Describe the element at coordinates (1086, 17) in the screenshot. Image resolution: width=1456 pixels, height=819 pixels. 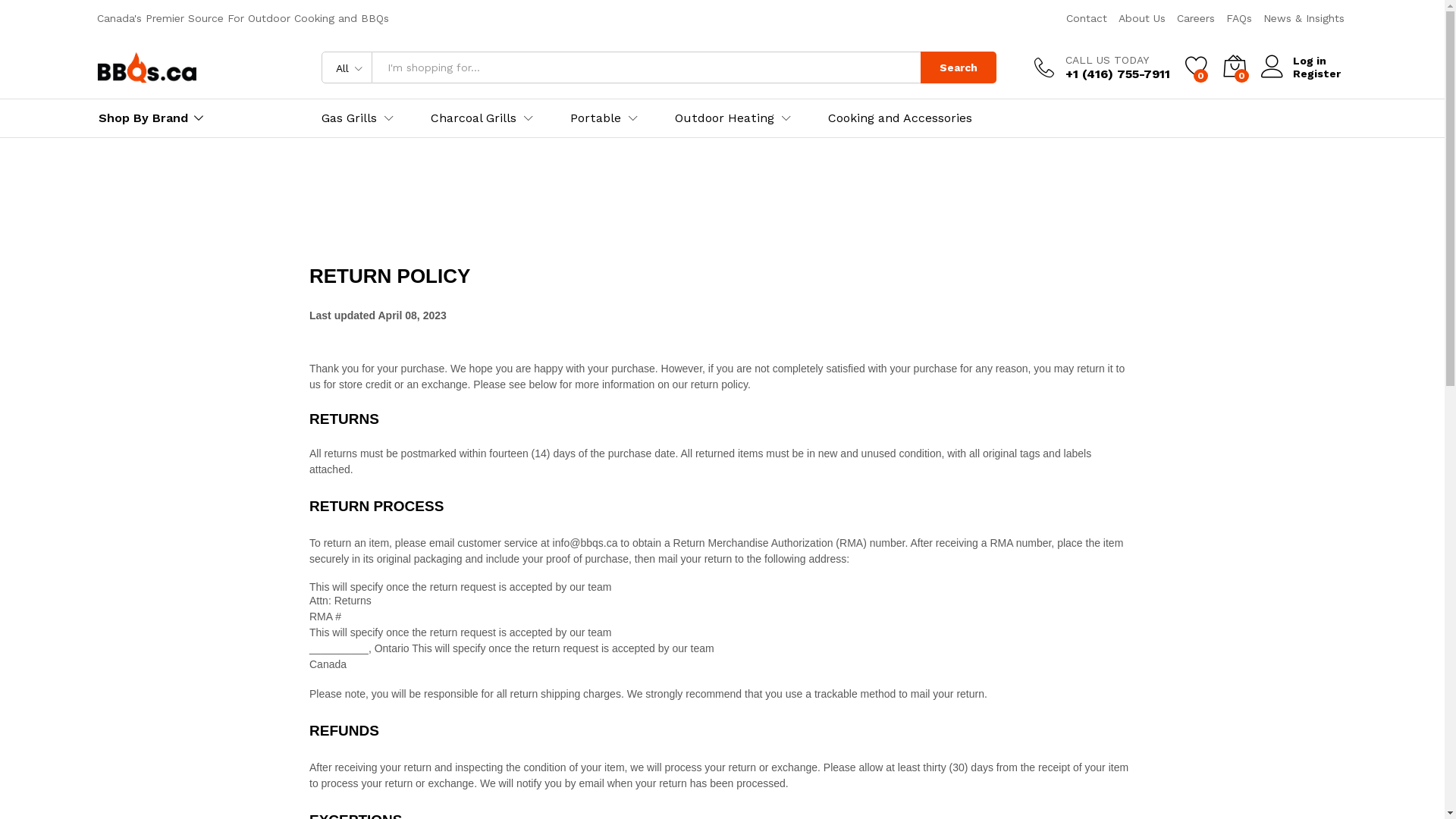
I see `'Contact'` at that location.